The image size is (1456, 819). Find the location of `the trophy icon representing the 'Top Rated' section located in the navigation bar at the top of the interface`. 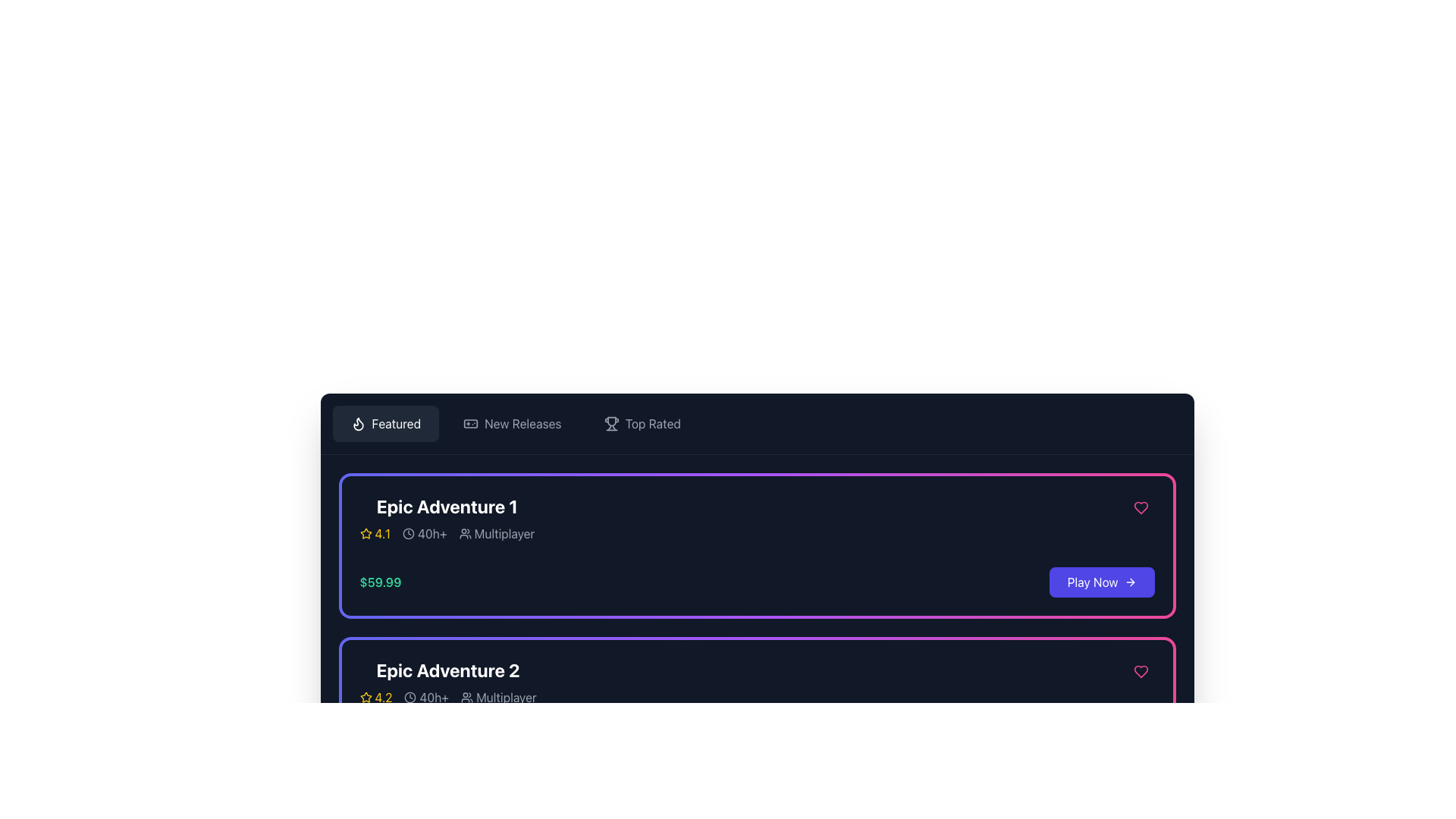

the trophy icon representing the 'Top Rated' section located in the navigation bar at the top of the interface is located at coordinates (611, 424).